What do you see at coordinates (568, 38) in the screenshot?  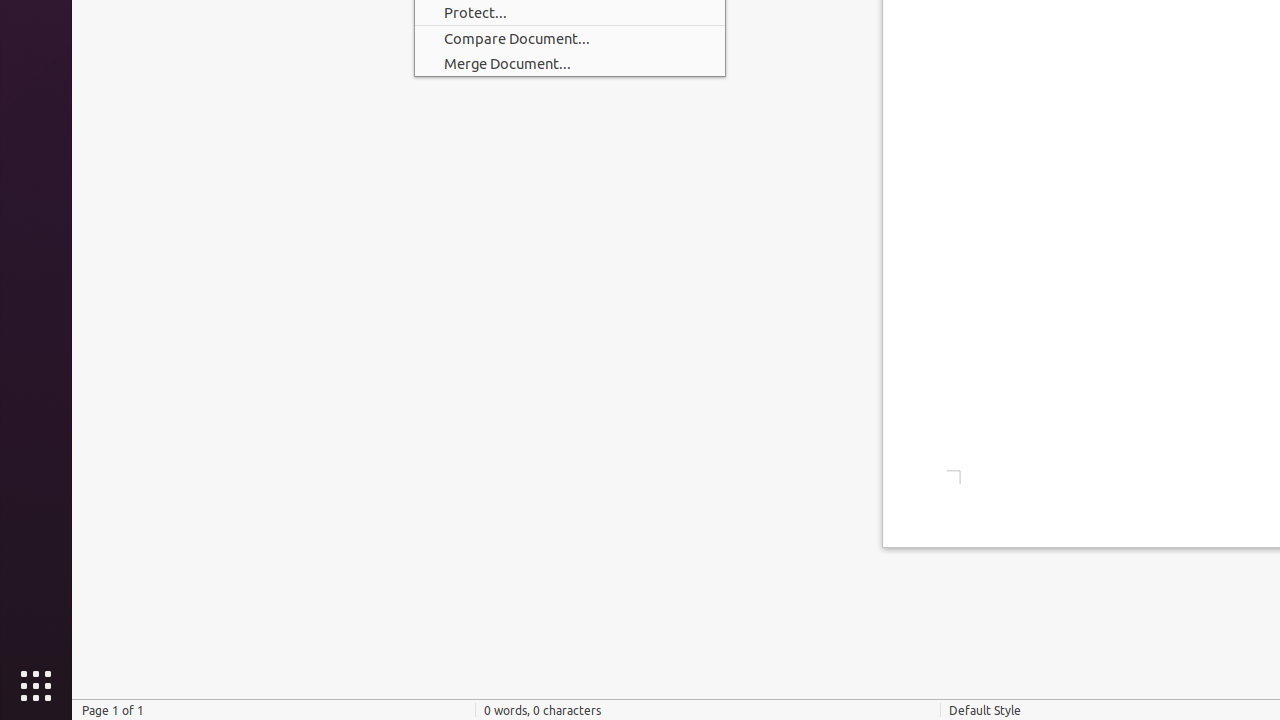 I see `'Compare Document...'` at bounding box center [568, 38].